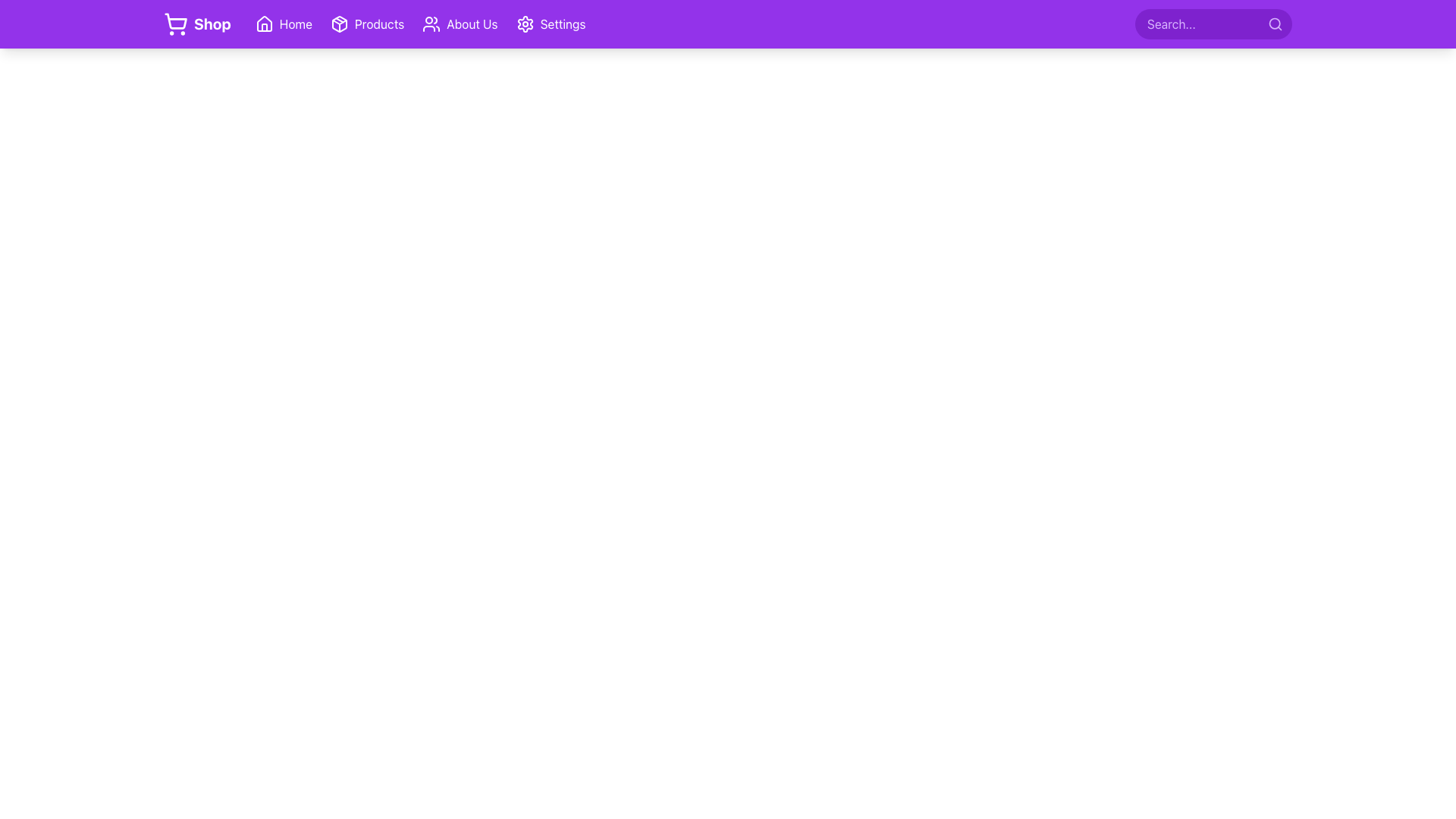 This screenshot has height=819, width=1456. Describe the element at coordinates (338, 24) in the screenshot. I see `the 'Products' icon located in the horizontal navigation bar, positioned between the 'Home' and 'Products' menu items` at that location.